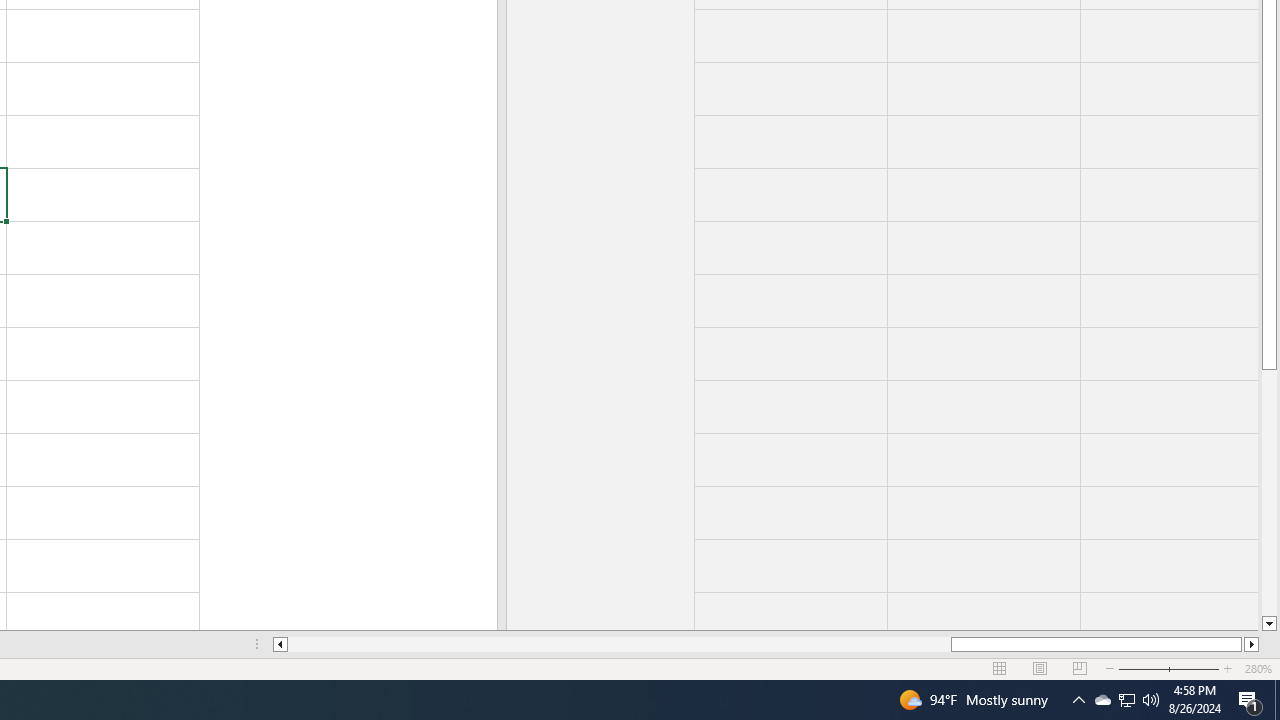 The height and width of the screenshot is (720, 1280). Describe the element at coordinates (1226, 669) in the screenshot. I see `'Zoom In'` at that location.